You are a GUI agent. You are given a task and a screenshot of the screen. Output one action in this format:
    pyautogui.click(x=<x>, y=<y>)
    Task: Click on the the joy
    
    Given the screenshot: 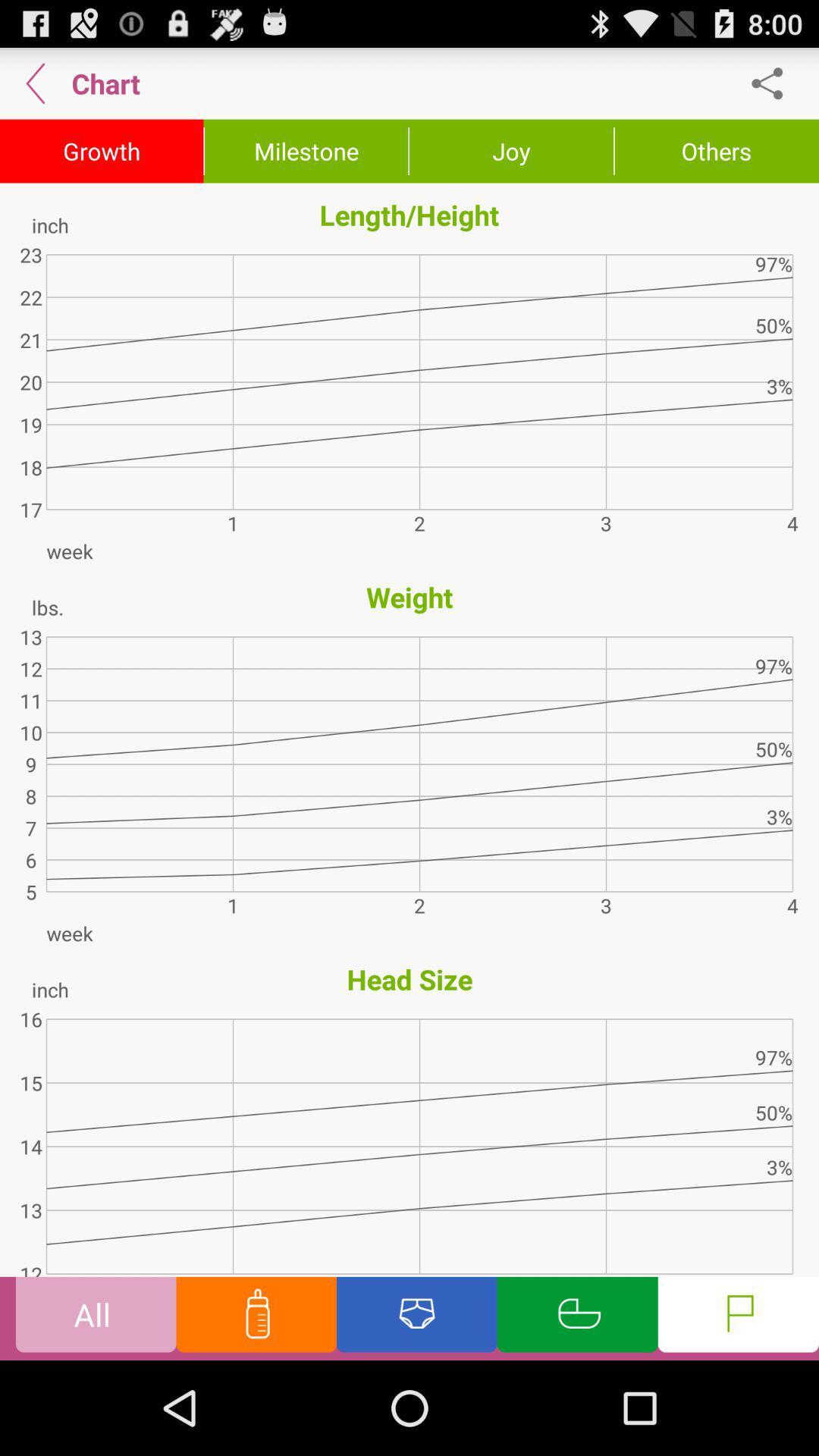 What is the action you would take?
    pyautogui.click(x=511, y=151)
    